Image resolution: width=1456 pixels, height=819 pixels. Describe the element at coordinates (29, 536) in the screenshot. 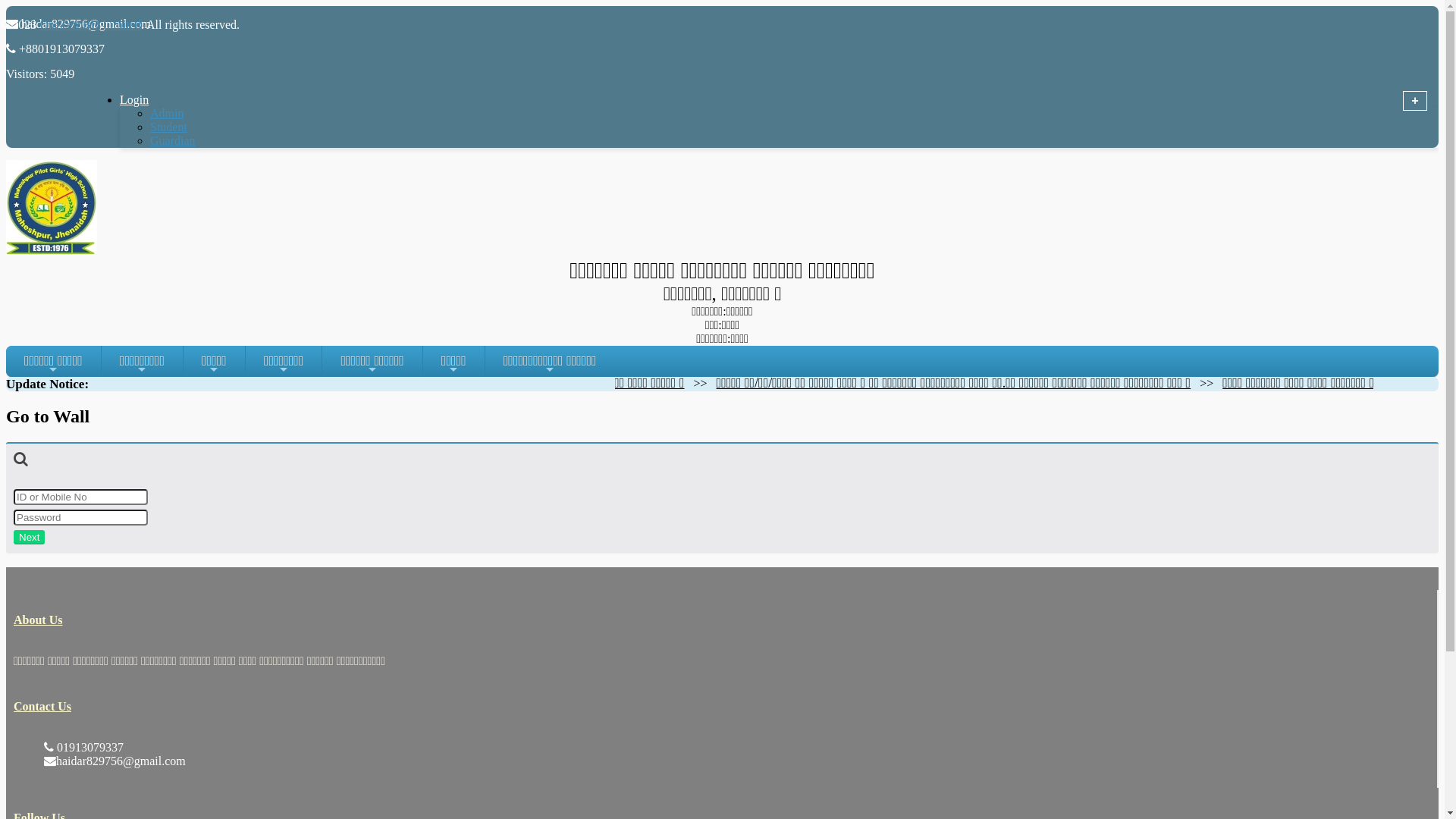

I see `'Next'` at that location.